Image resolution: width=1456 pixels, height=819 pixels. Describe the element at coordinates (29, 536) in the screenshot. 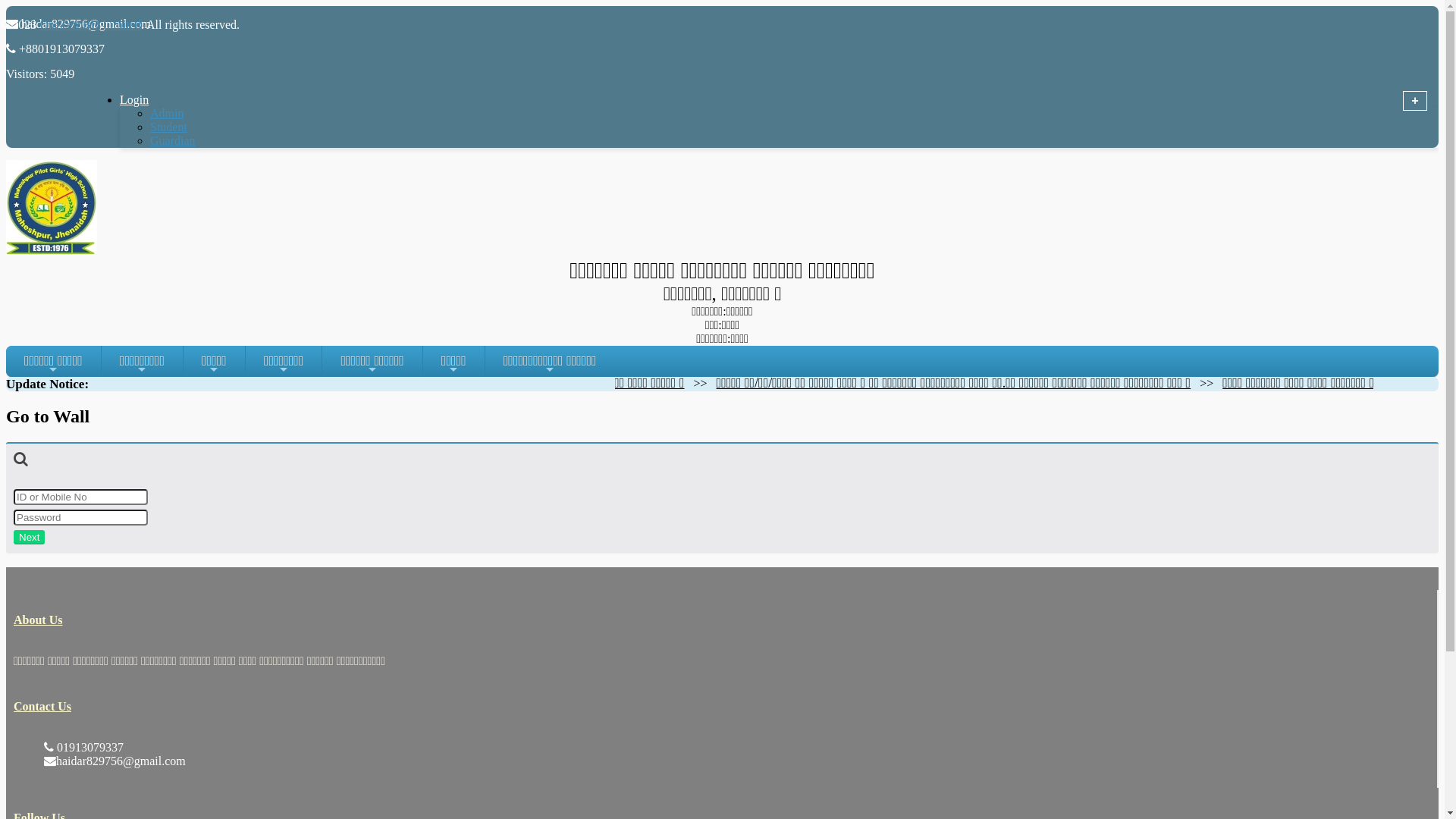

I see `'Next'` at that location.